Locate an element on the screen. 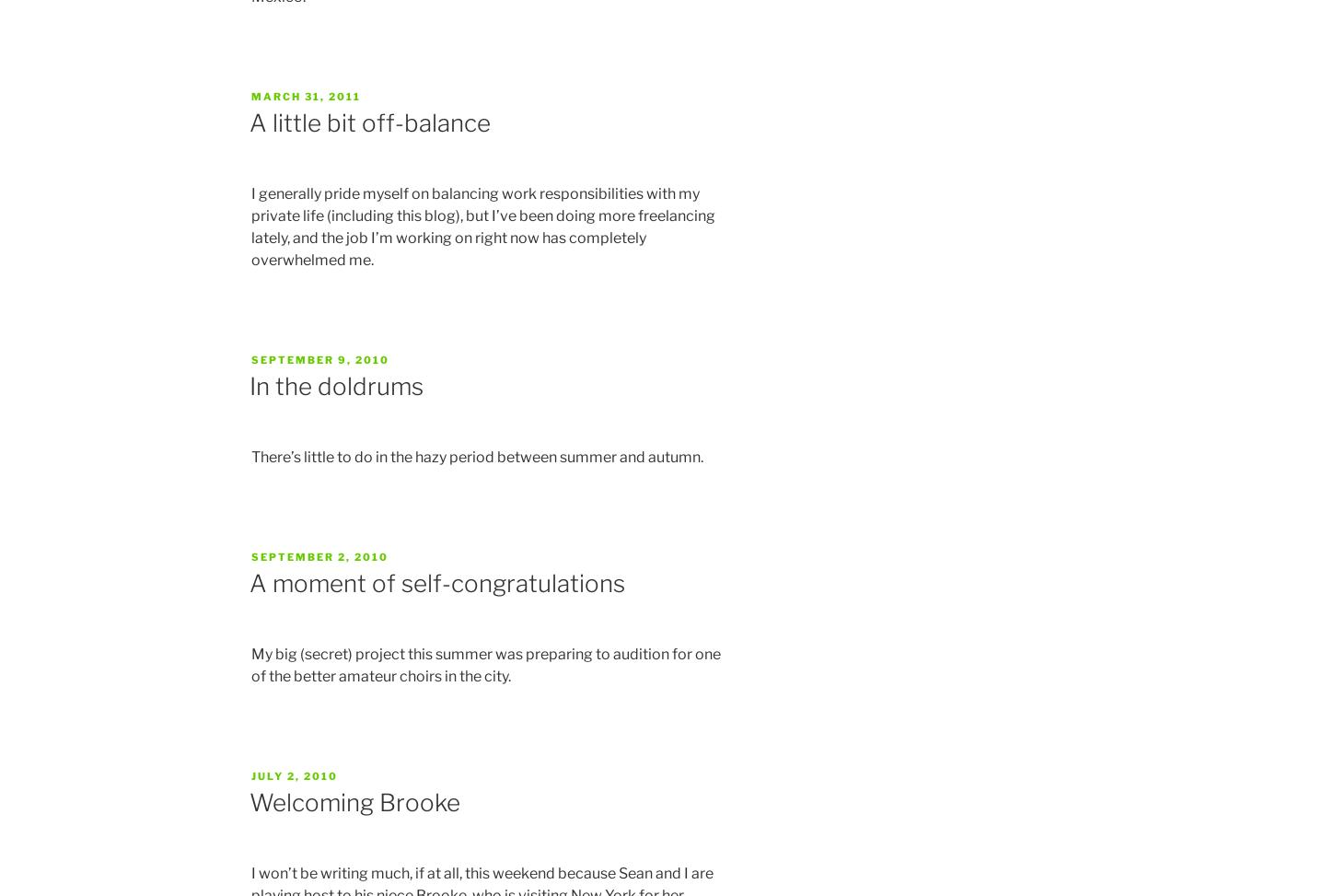 The height and width of the screenshot is (896, 1335). 'March 31, 2011' is located at coordinates (306, 95).